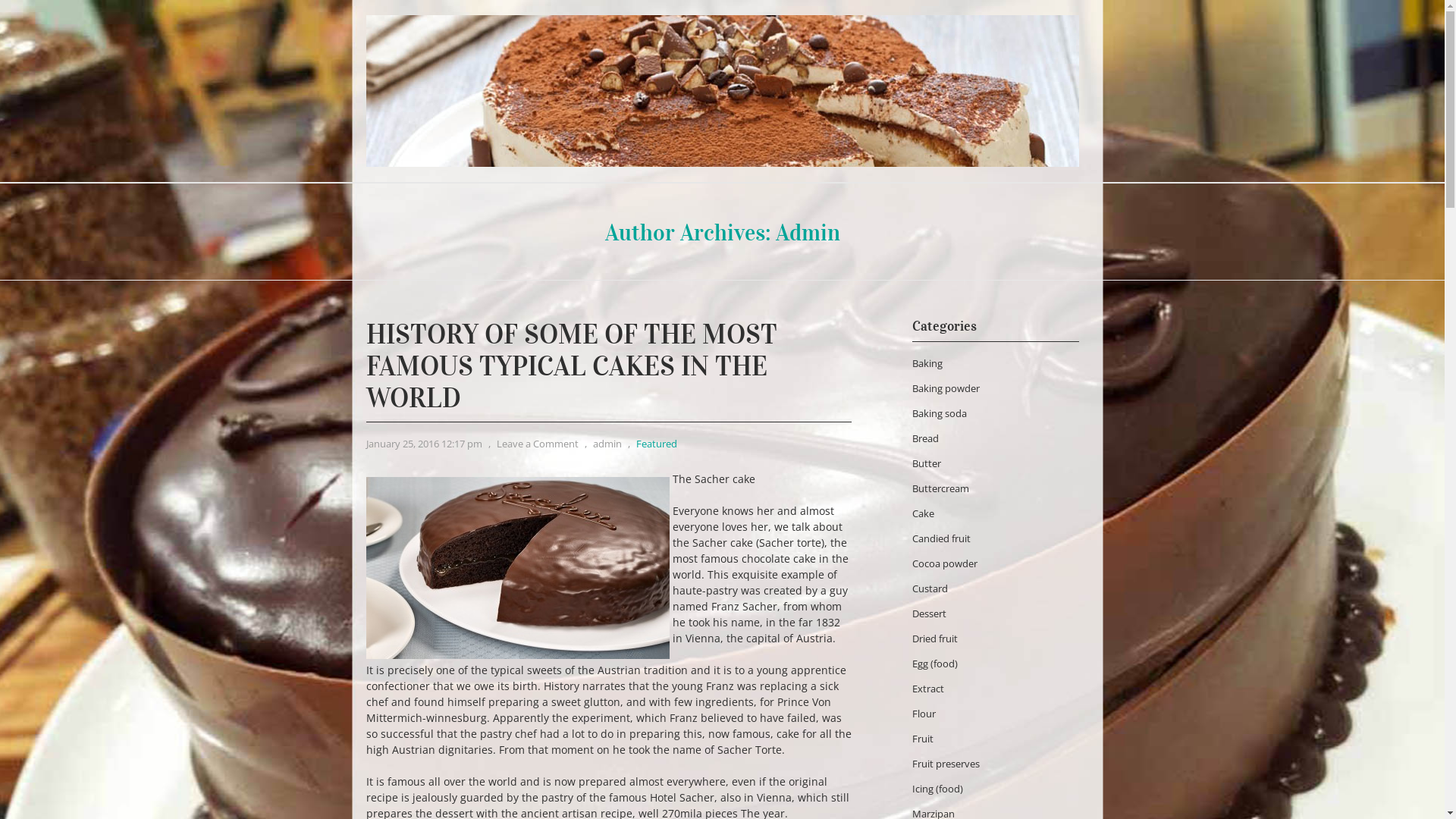 This screenshot has width=1456, height=819. Describe the element at coordinates (939, 488) in the screenshot. I see `'Buttercream'` at that location.